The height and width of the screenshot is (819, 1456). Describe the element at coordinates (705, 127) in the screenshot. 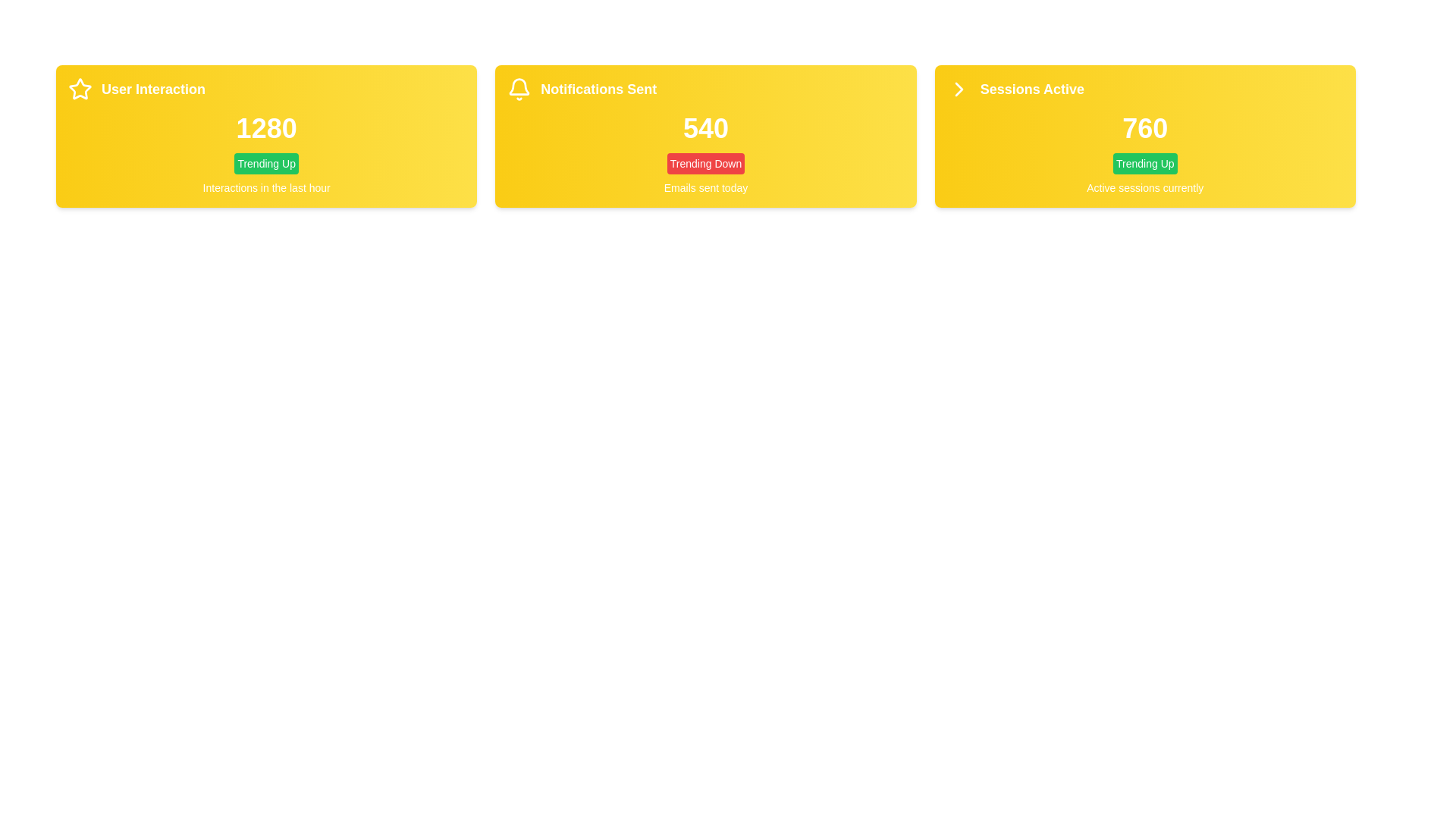

I see `the Text Display that shows the number of notifications sent, located in the middle of the yellow panel titled 'Notifications Sent'` at that location.